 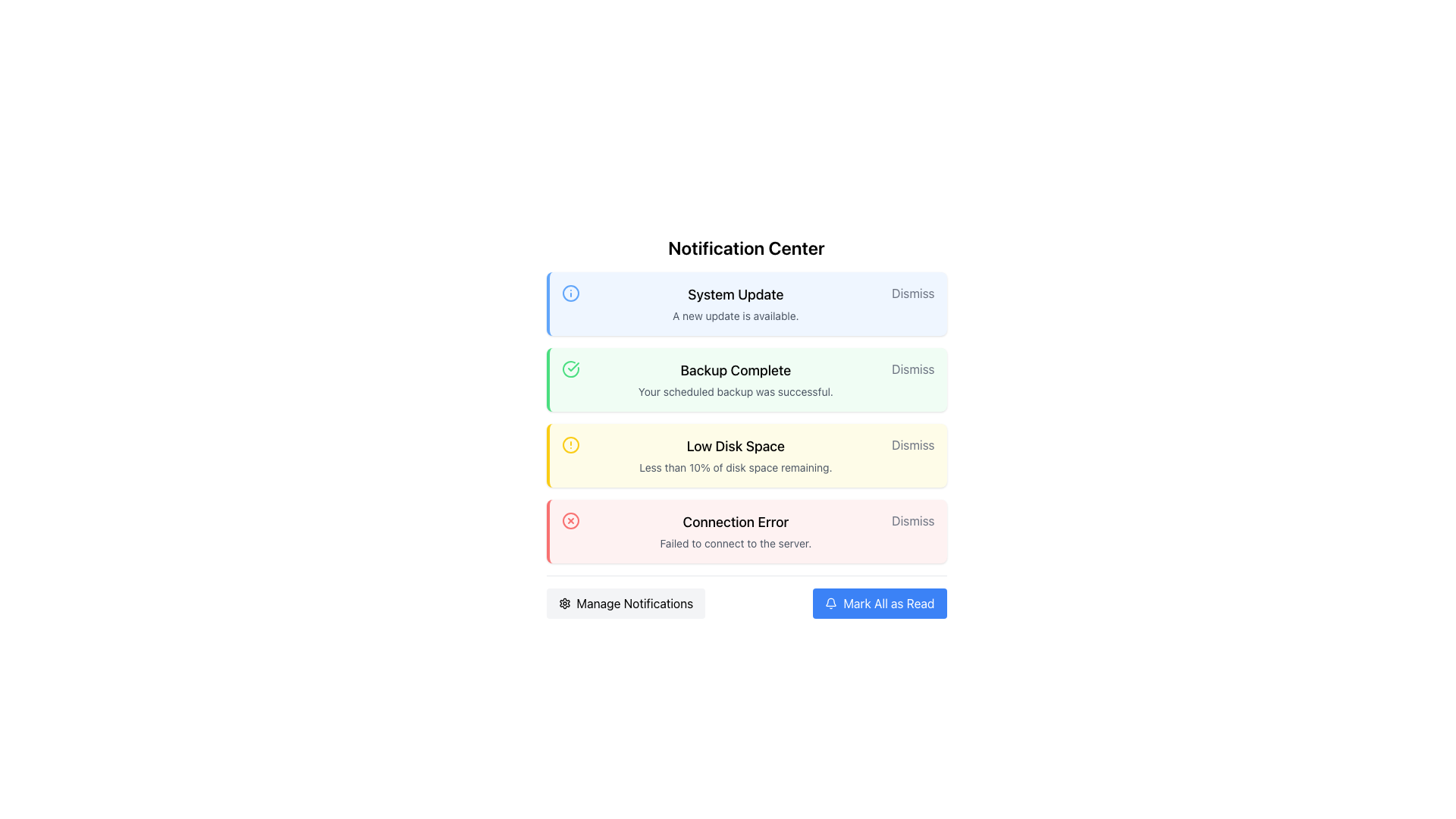 What do you see at coordinates (570, 293) in the screenshot?
I see `the small circular shape located within the blue-colored status notification icon of the 'System Update' section in the notification center` at bounding box center [570, 293].